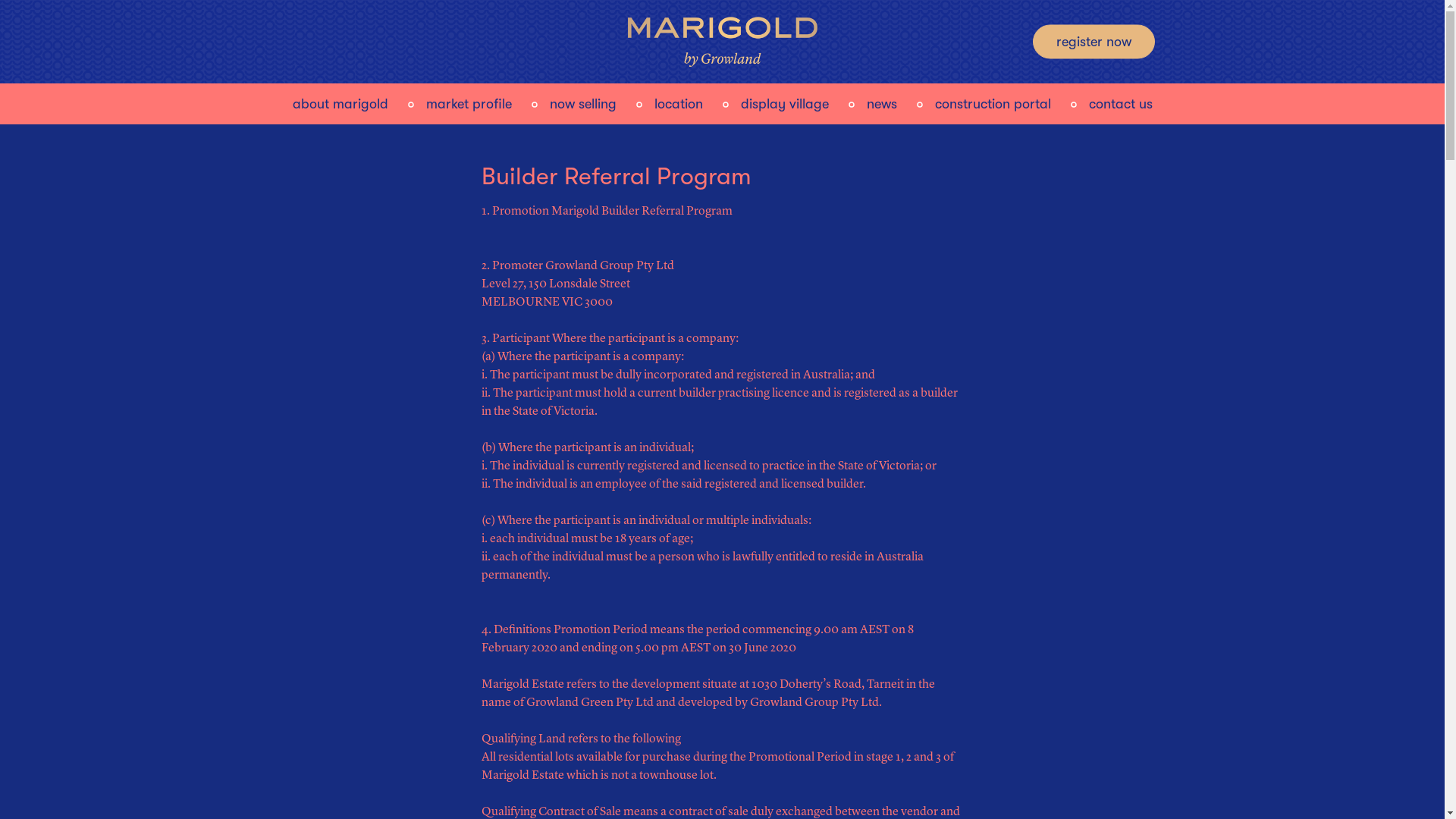 This screenshot has height=819, width=1456. Describe the element at coordinates (548, 101) in the screenshot. I see `'now selling'` at that location.